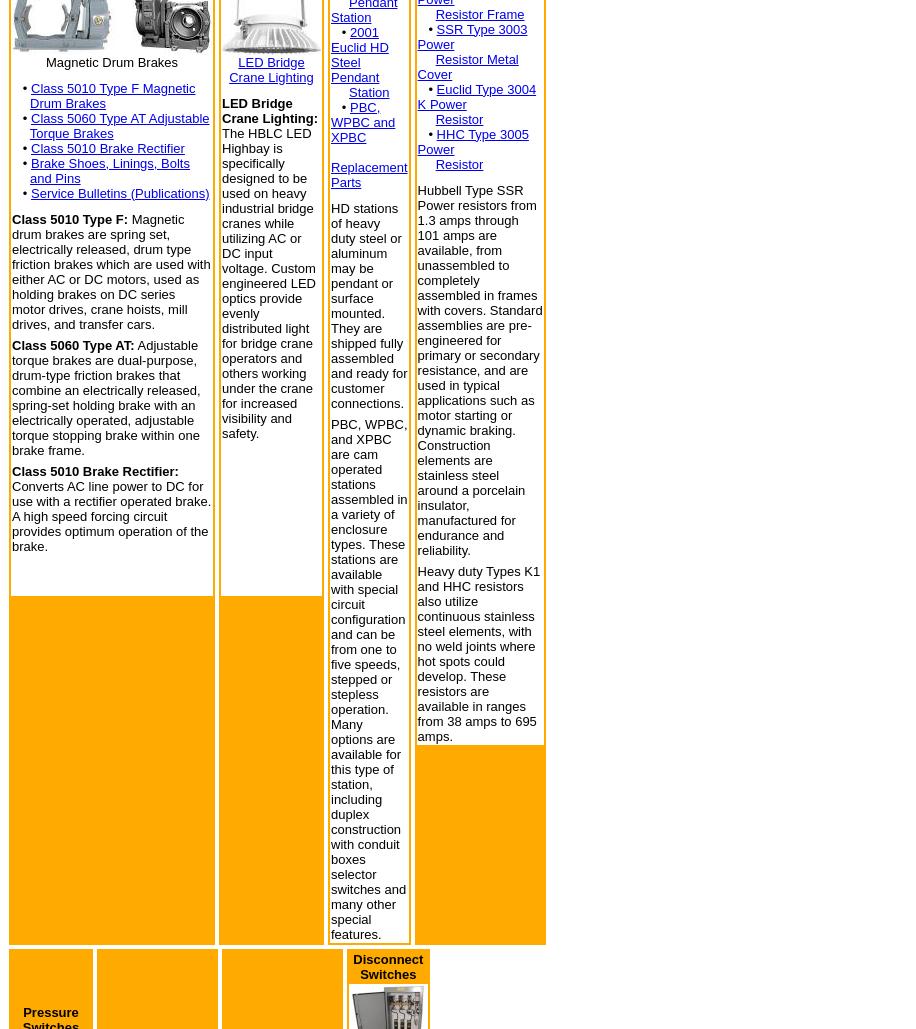 The image size is (916, 1029). What do you see at coordinates (434, 13) in the screenshot?
I see `'Resistor Frame'` at bounding box center [434, 13].